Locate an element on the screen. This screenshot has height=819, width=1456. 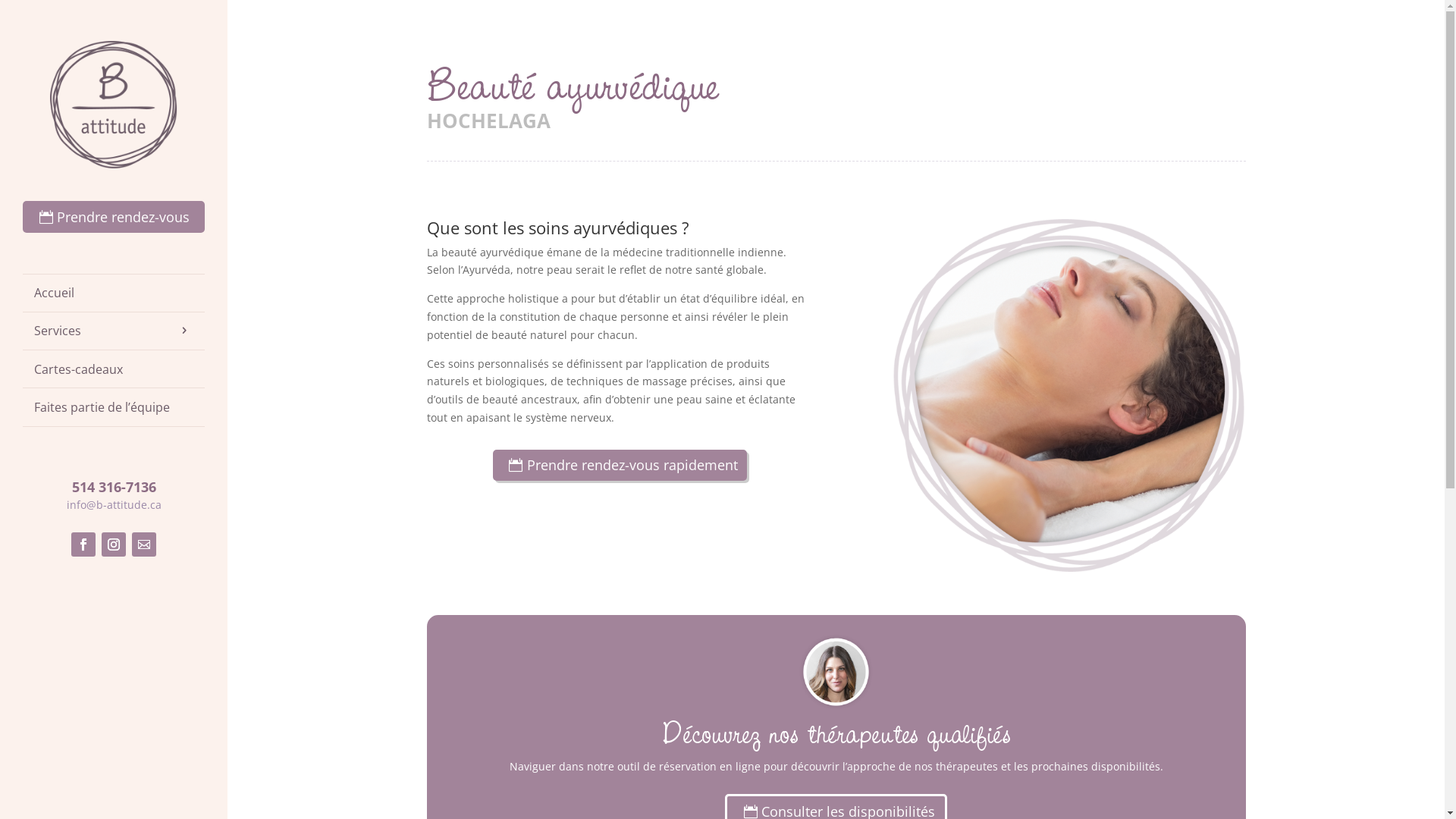
'Cartes-cadeaux' is located at coordinates (112, 369).